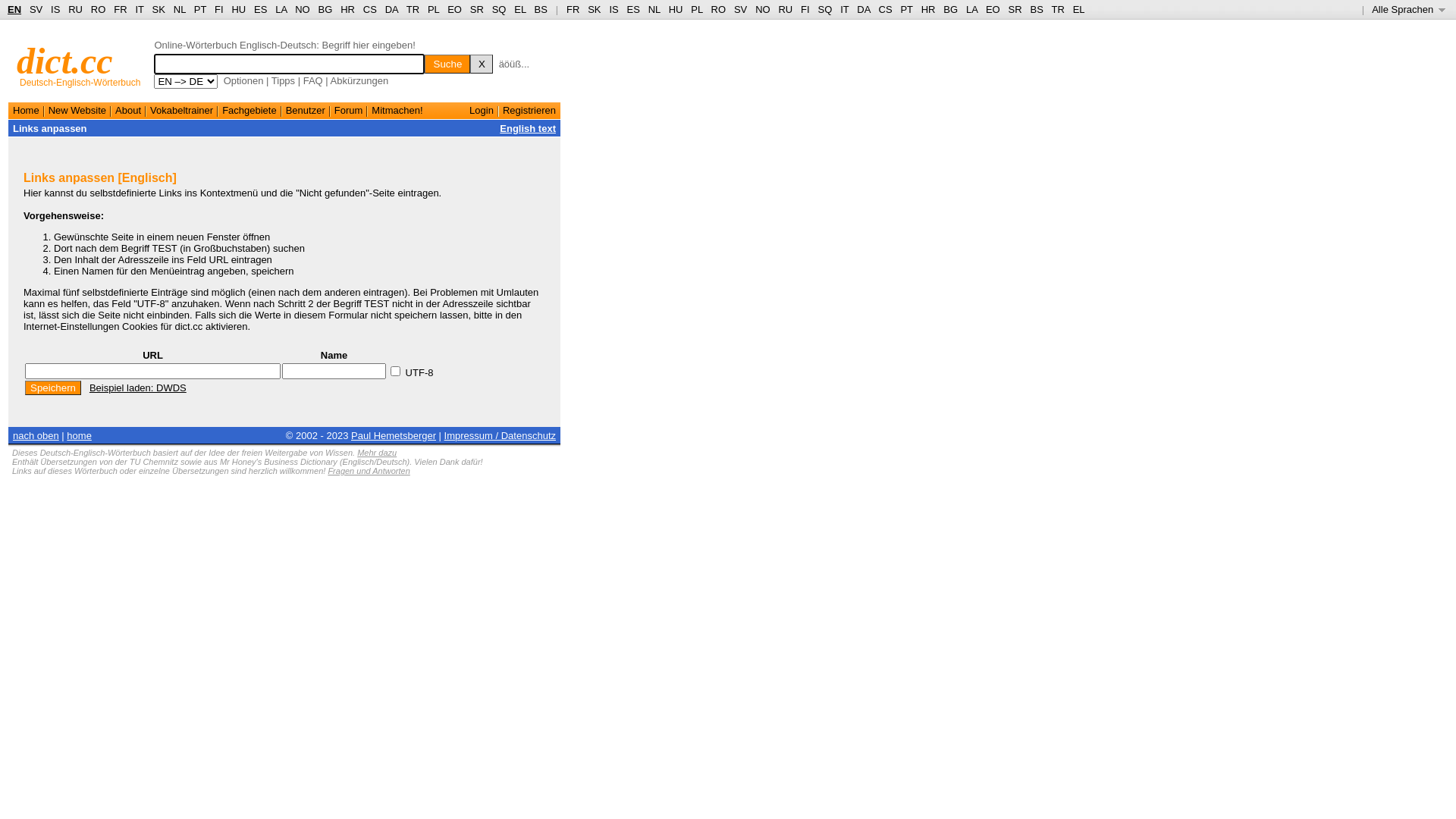 Image resolution: width=1456 pixels, height=819 pixels. What do you see at coordinates (413, 9) in the screenshot?
I see `'TR'` at bounding box center [413, 9].